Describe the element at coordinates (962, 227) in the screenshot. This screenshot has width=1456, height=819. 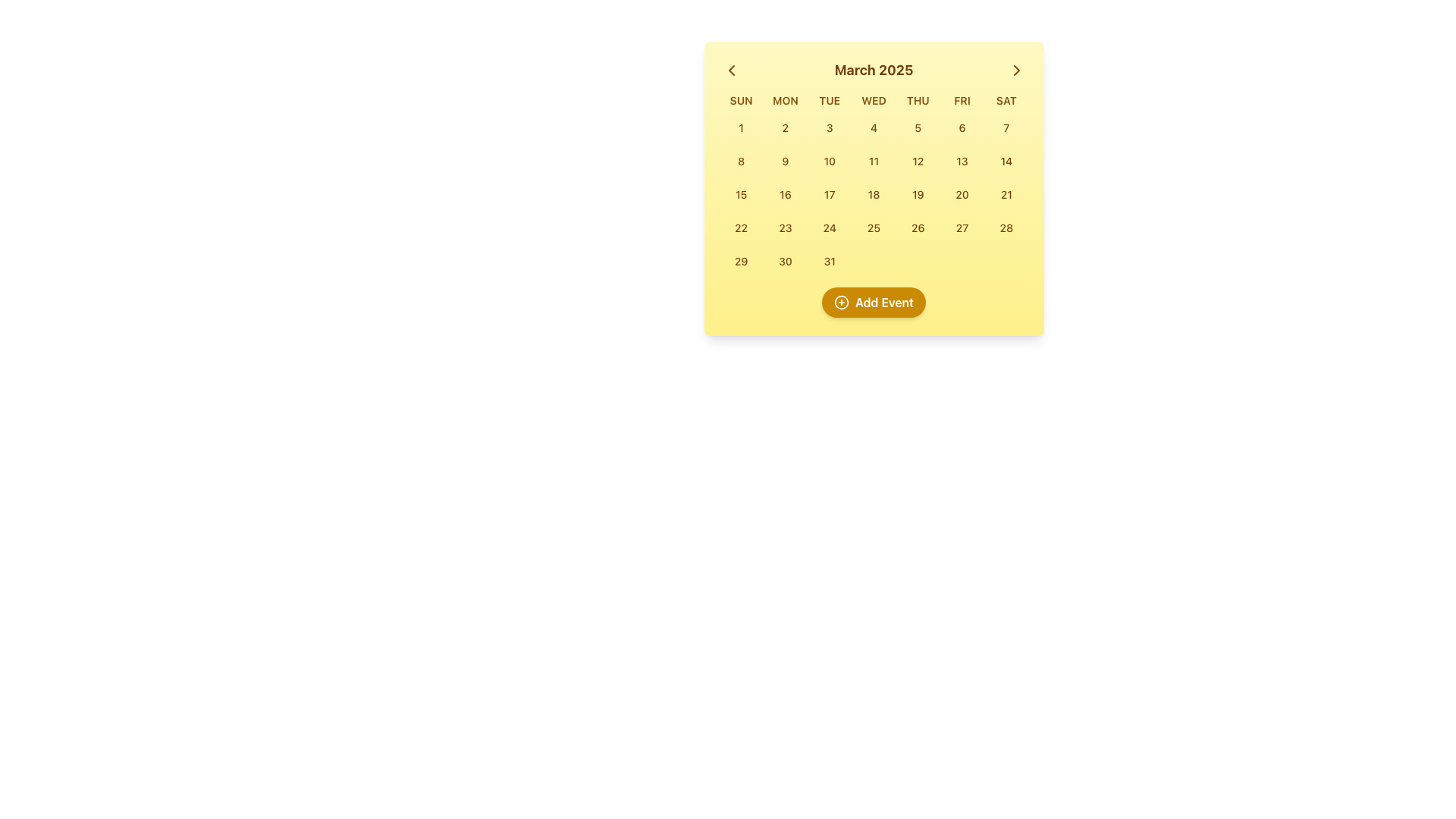
I see `the date item '27' in the calendar interface` at that location.